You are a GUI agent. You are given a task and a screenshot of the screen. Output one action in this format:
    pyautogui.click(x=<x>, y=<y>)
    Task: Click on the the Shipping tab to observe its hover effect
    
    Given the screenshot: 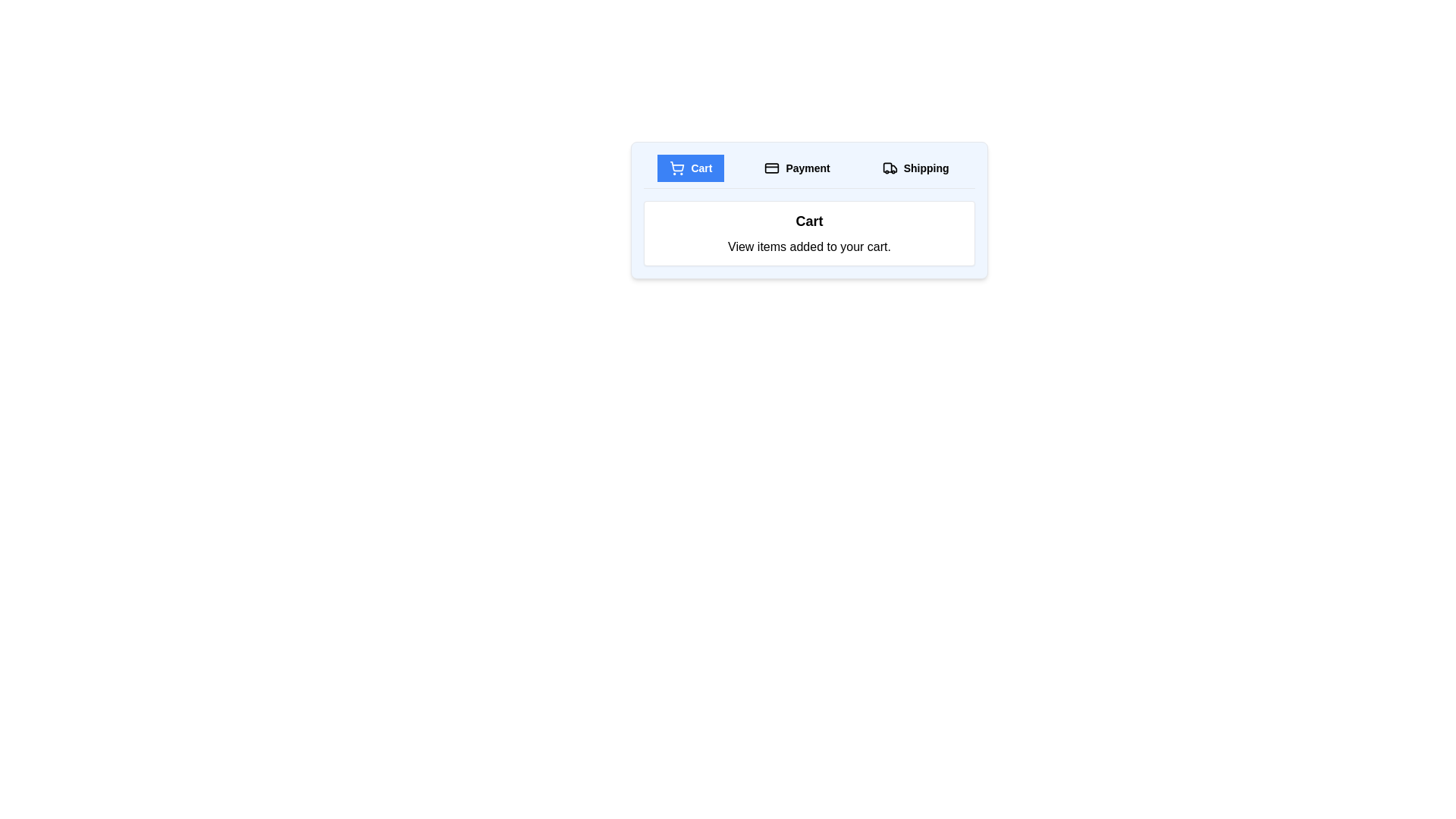 What is the action you would take?
    pyautogui.click(x=915, y=168)
    